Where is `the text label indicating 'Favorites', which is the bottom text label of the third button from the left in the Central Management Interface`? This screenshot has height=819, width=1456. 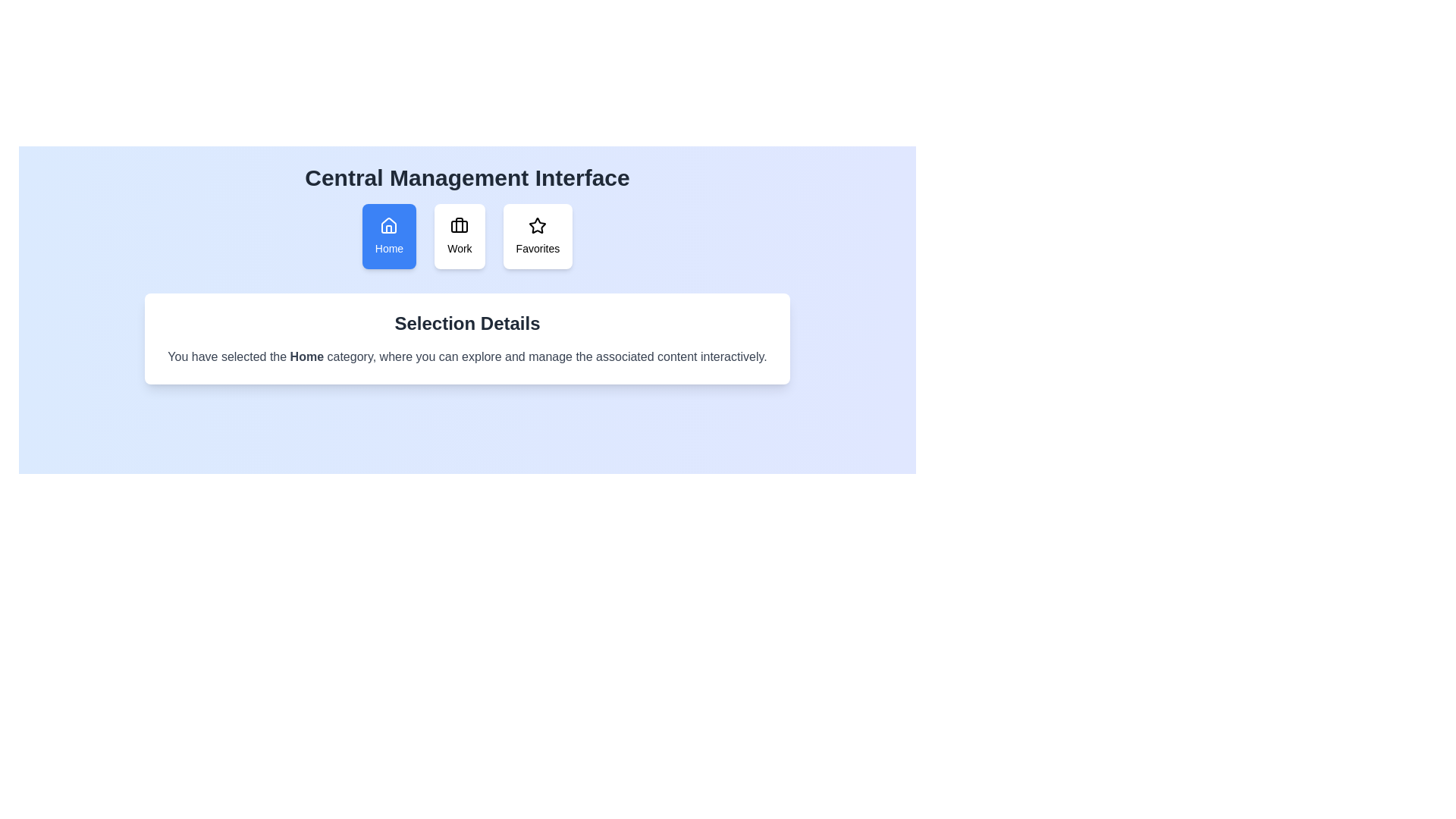 the text label indicating 'Favorites', which is the bottom text label of the third button from the left in the Central Management Interface is located at coordinates (538, 247).